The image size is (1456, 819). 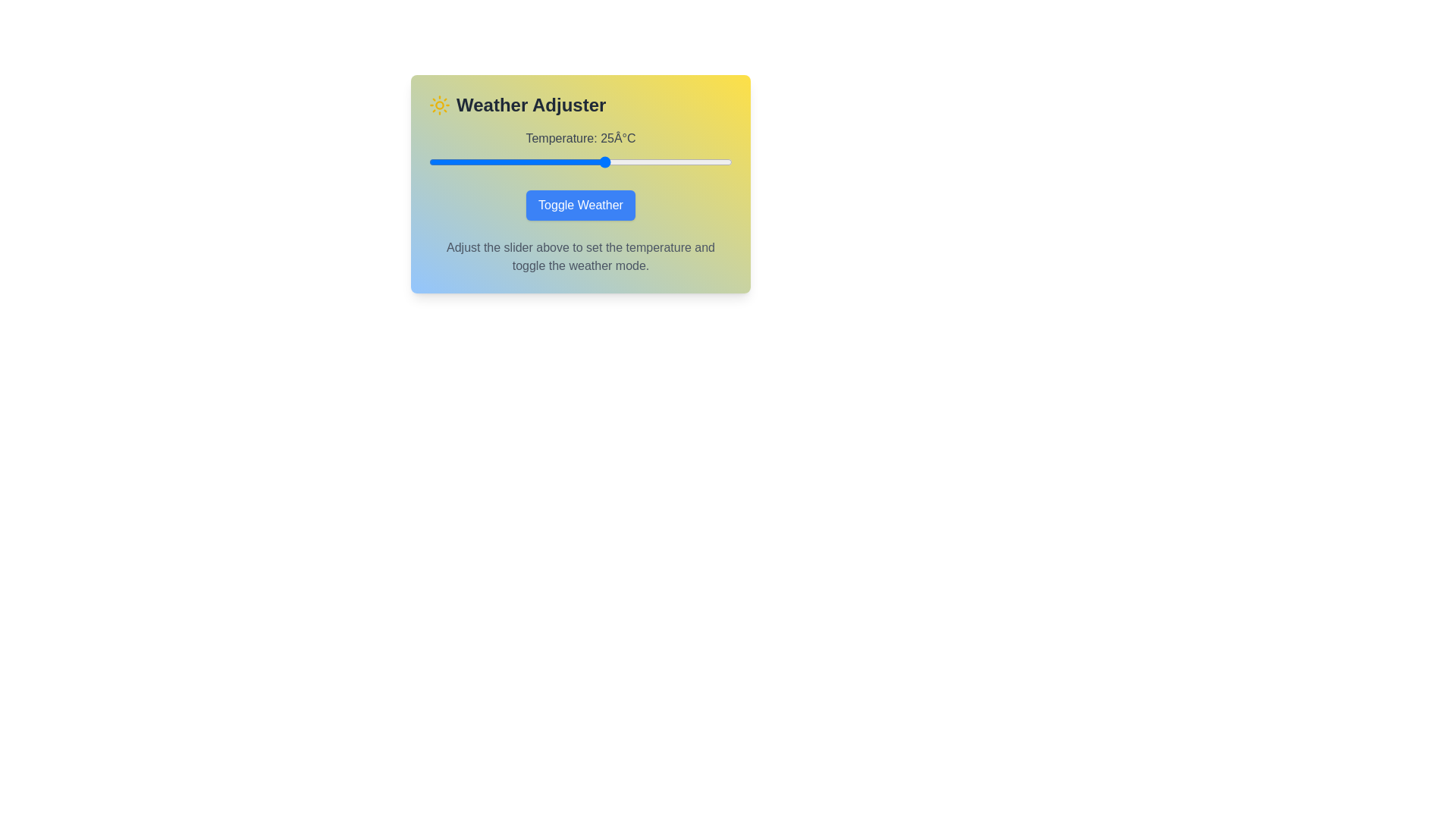 What do you see at coordinates (656, 162) in the screenshot?
I see `the temperature slider to set the temperature to 35°C` at bounding box center [656, 162].